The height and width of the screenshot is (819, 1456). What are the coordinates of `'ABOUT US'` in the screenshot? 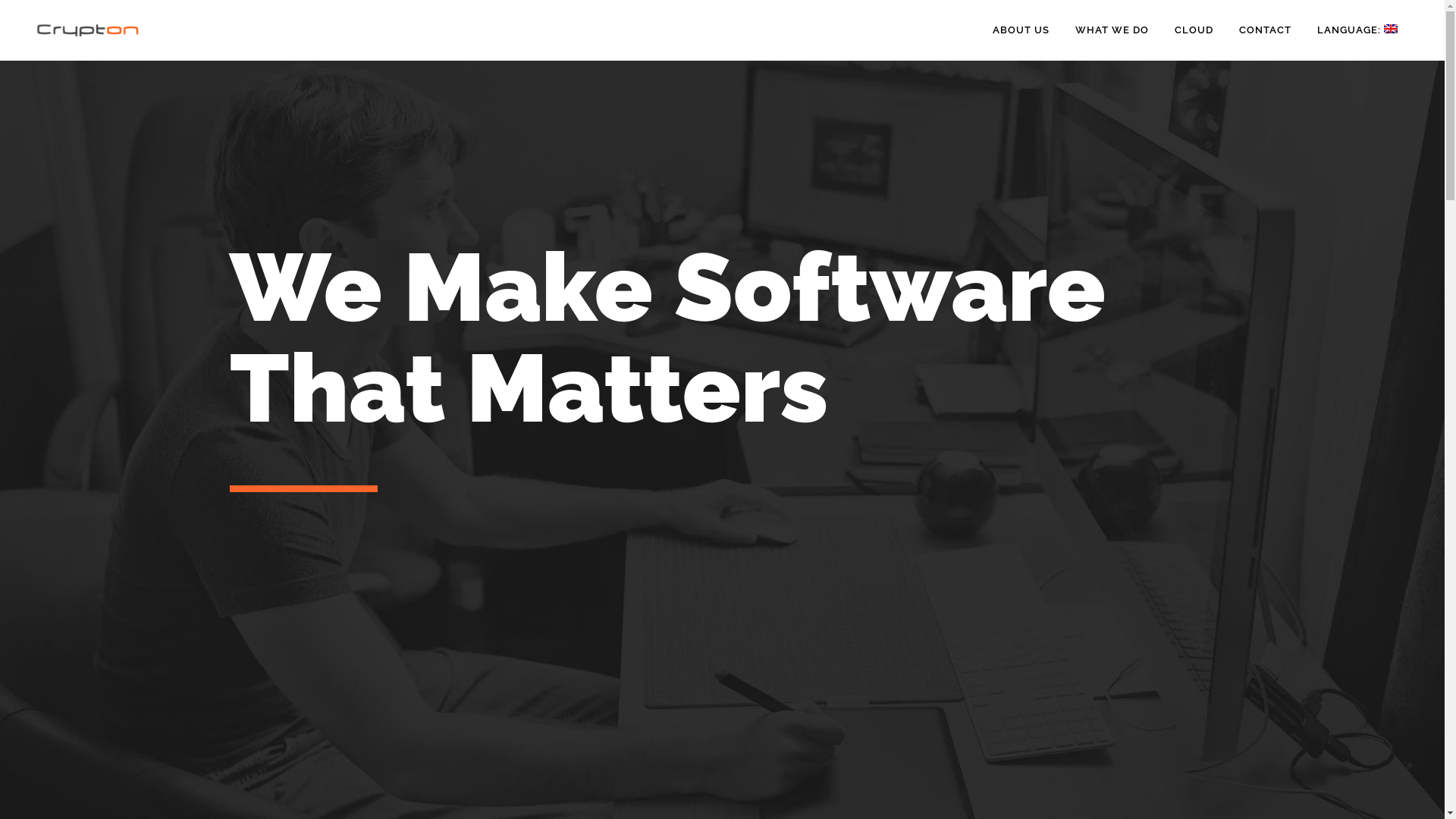 It's located at (1021, 30).